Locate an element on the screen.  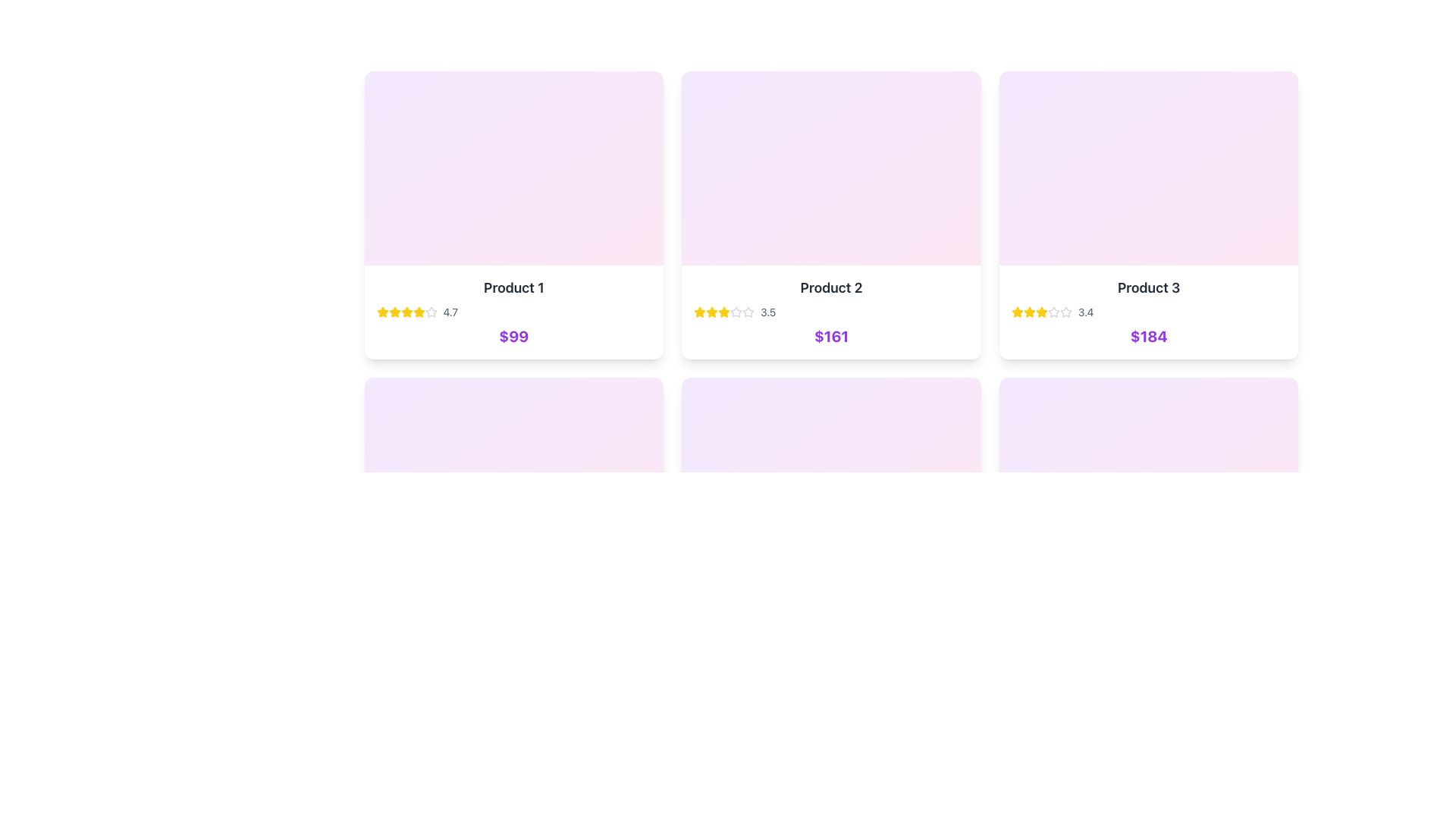
the fifth star icon representing a rating of 3.4 stars out of 5 in the rating section of the third product card is located at coordinates (1065, 312).